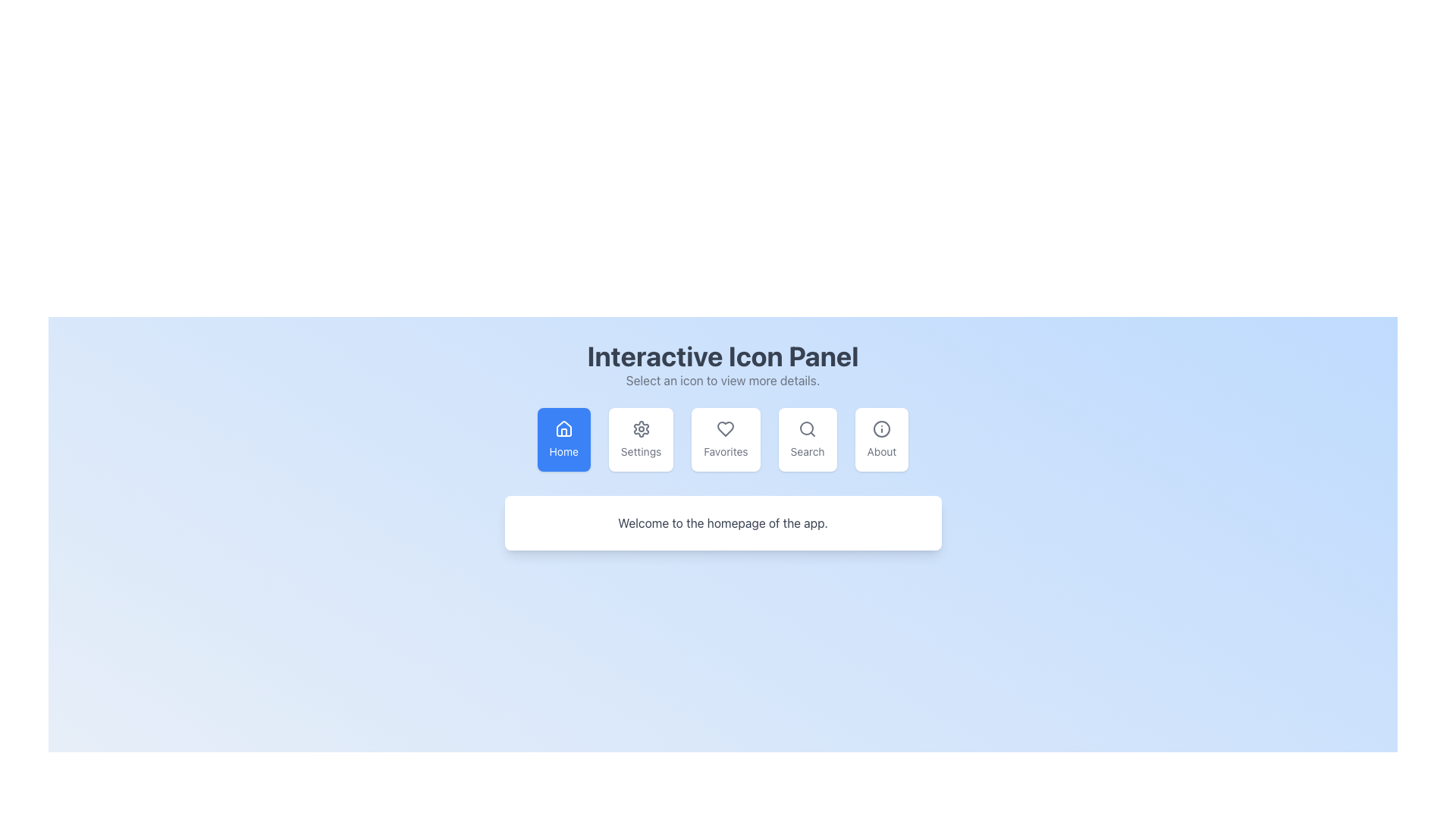  Describe the element at coordinates (563, 428) in the screenshot. I see `the 'Home' icon, which is a white house-shaped icon on a blue background, located near the top left portion of the interface` at that location.